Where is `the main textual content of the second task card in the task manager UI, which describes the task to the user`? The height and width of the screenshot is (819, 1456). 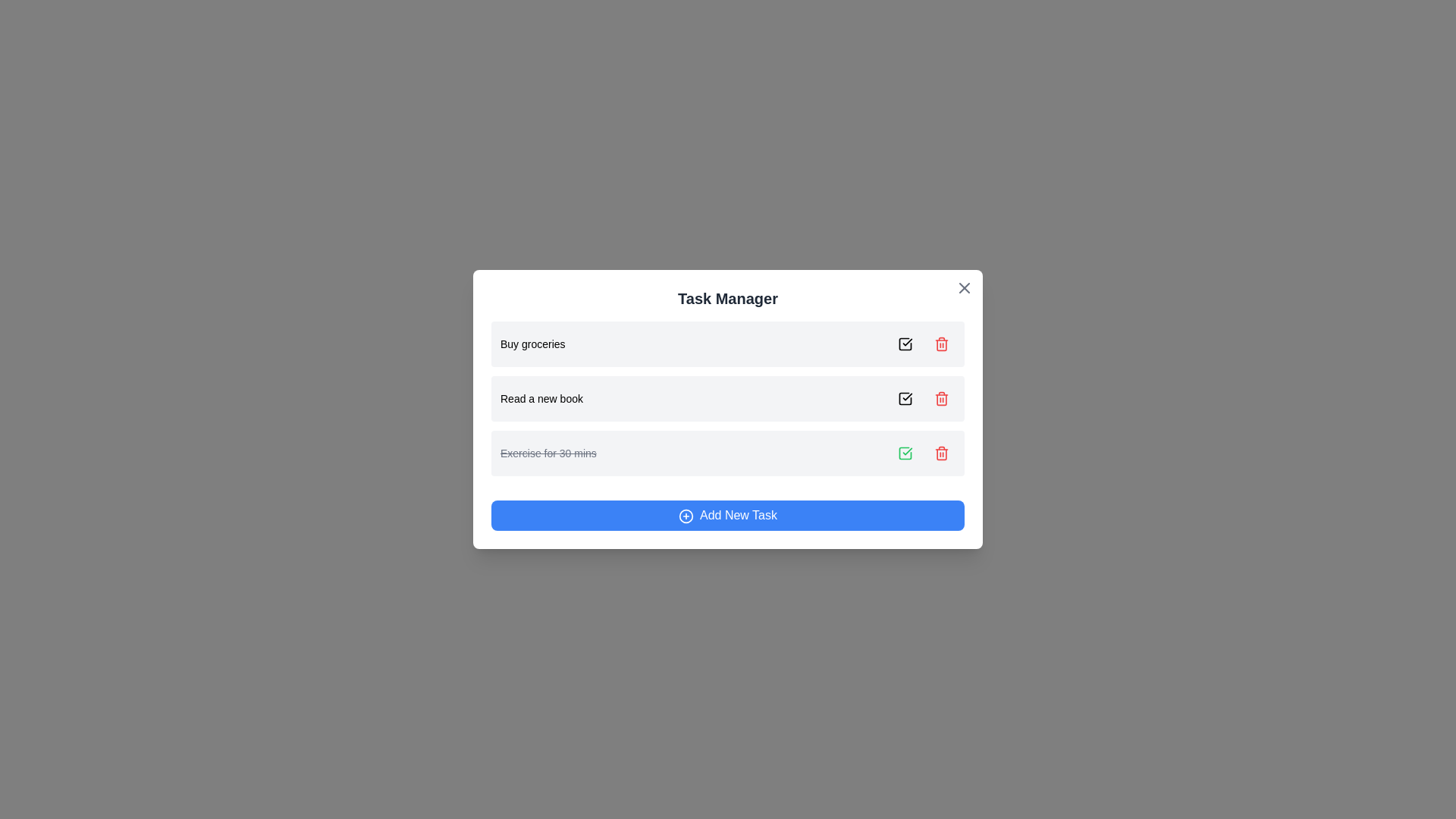 the main textual content of the second task card in the task manager UI, which describes the task to the user is located at coordinates (541, 397).